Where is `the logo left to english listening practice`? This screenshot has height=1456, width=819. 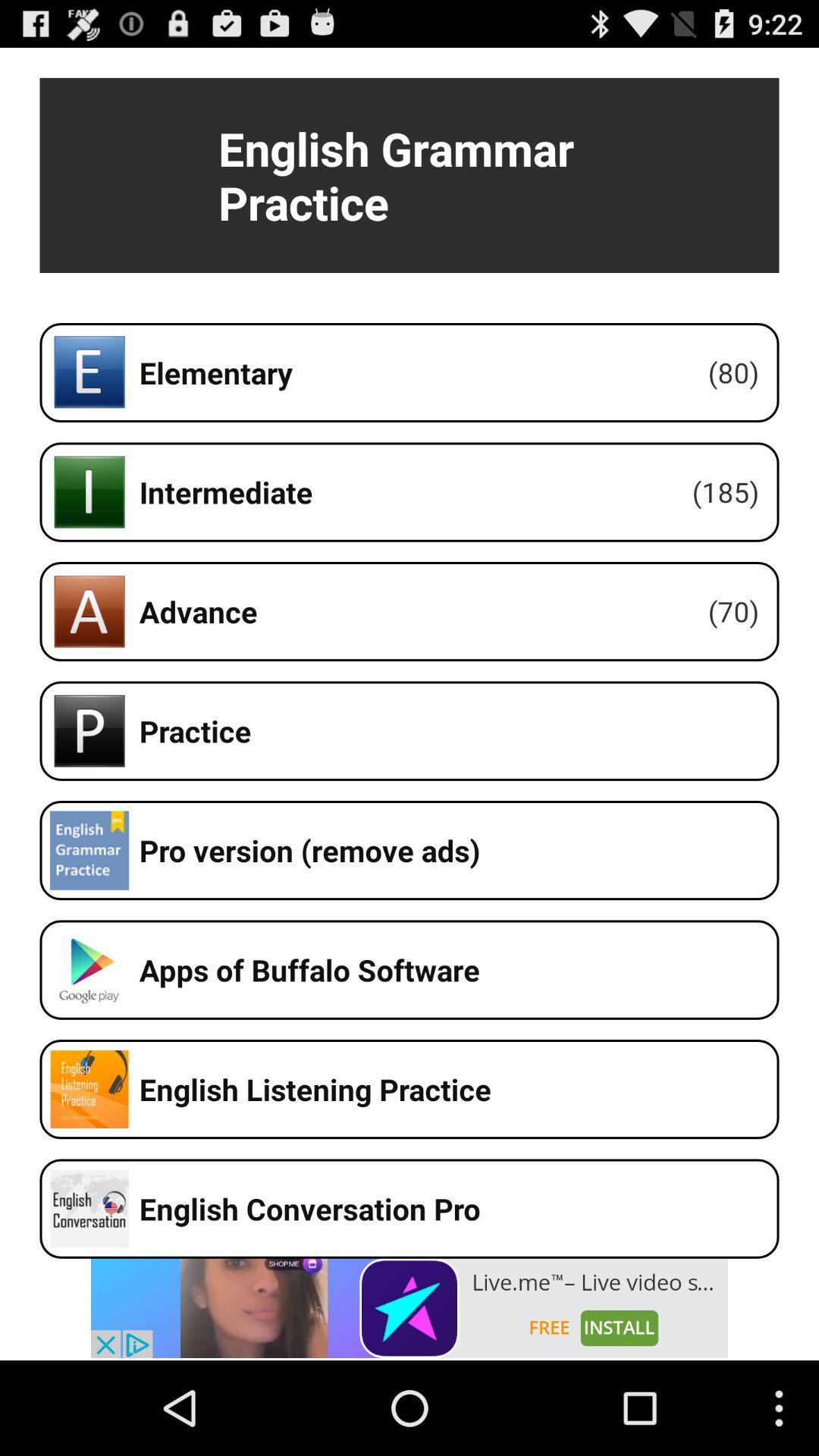
the logo left to english listening practice is located at coordinates (89, 1088).